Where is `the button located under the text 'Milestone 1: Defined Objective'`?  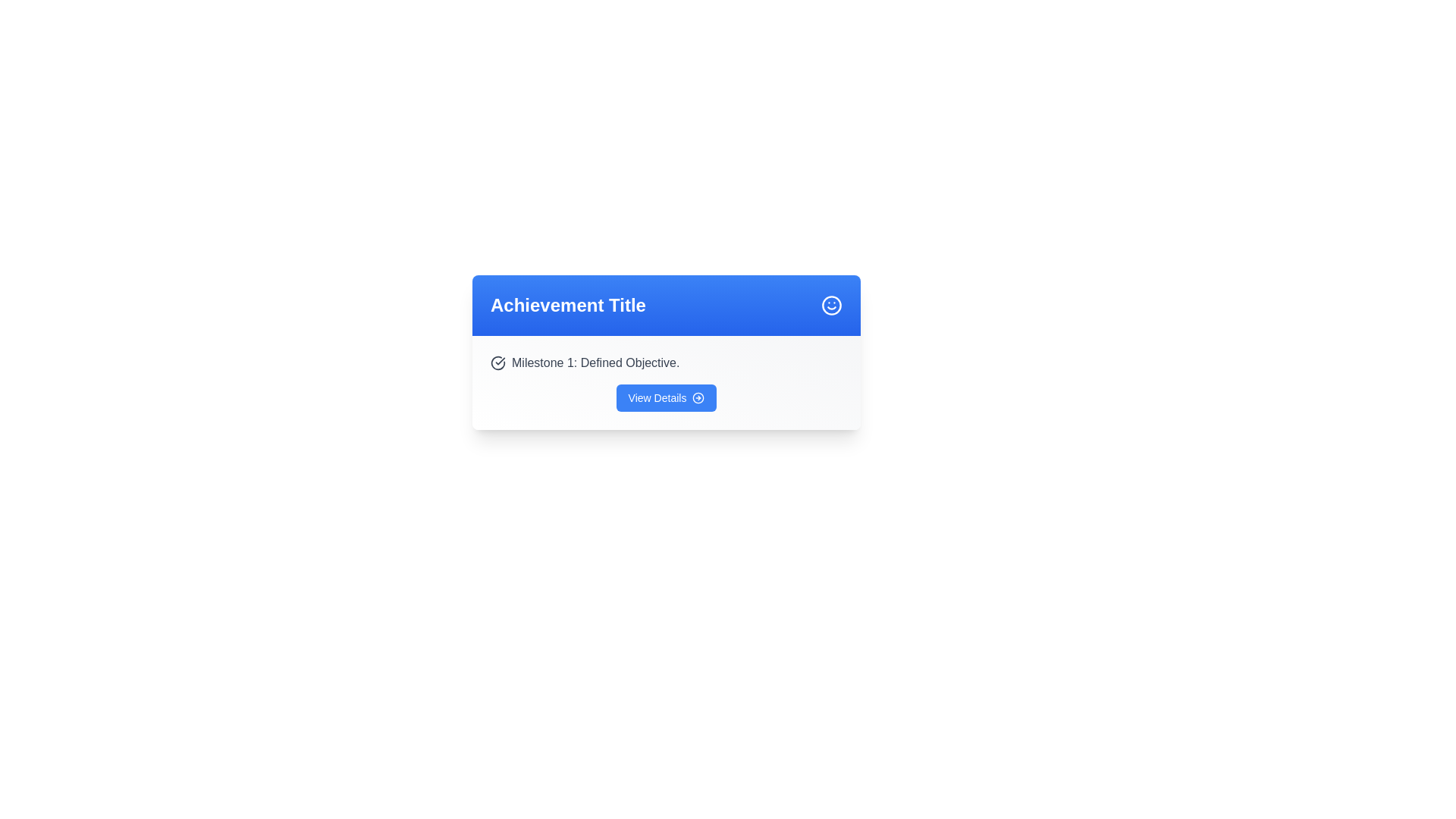
the button located under the text 'Milestone 1: Defined Objective' is located at coordinates (666, 397).